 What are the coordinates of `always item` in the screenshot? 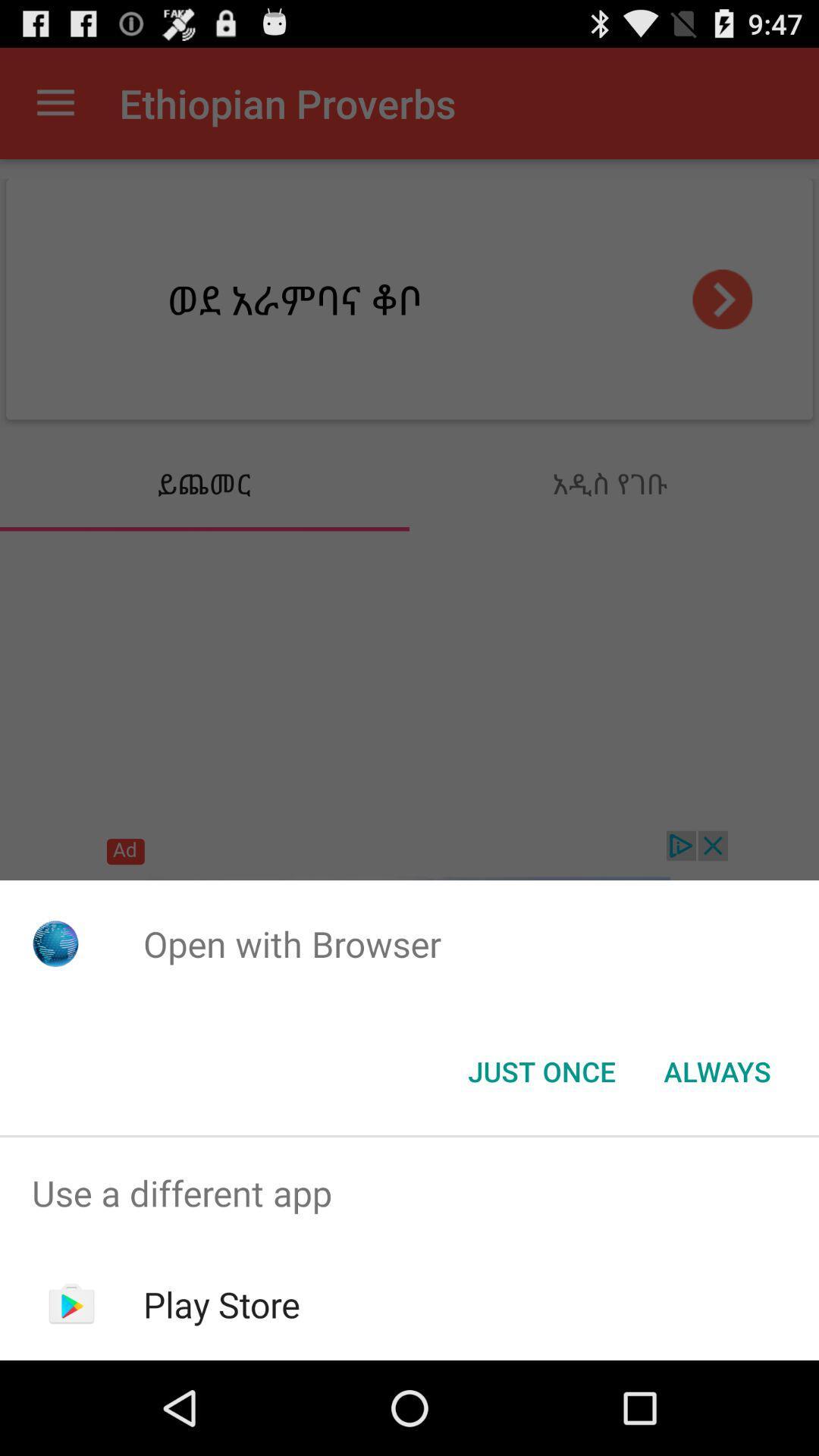 It's located at (717, 1070).